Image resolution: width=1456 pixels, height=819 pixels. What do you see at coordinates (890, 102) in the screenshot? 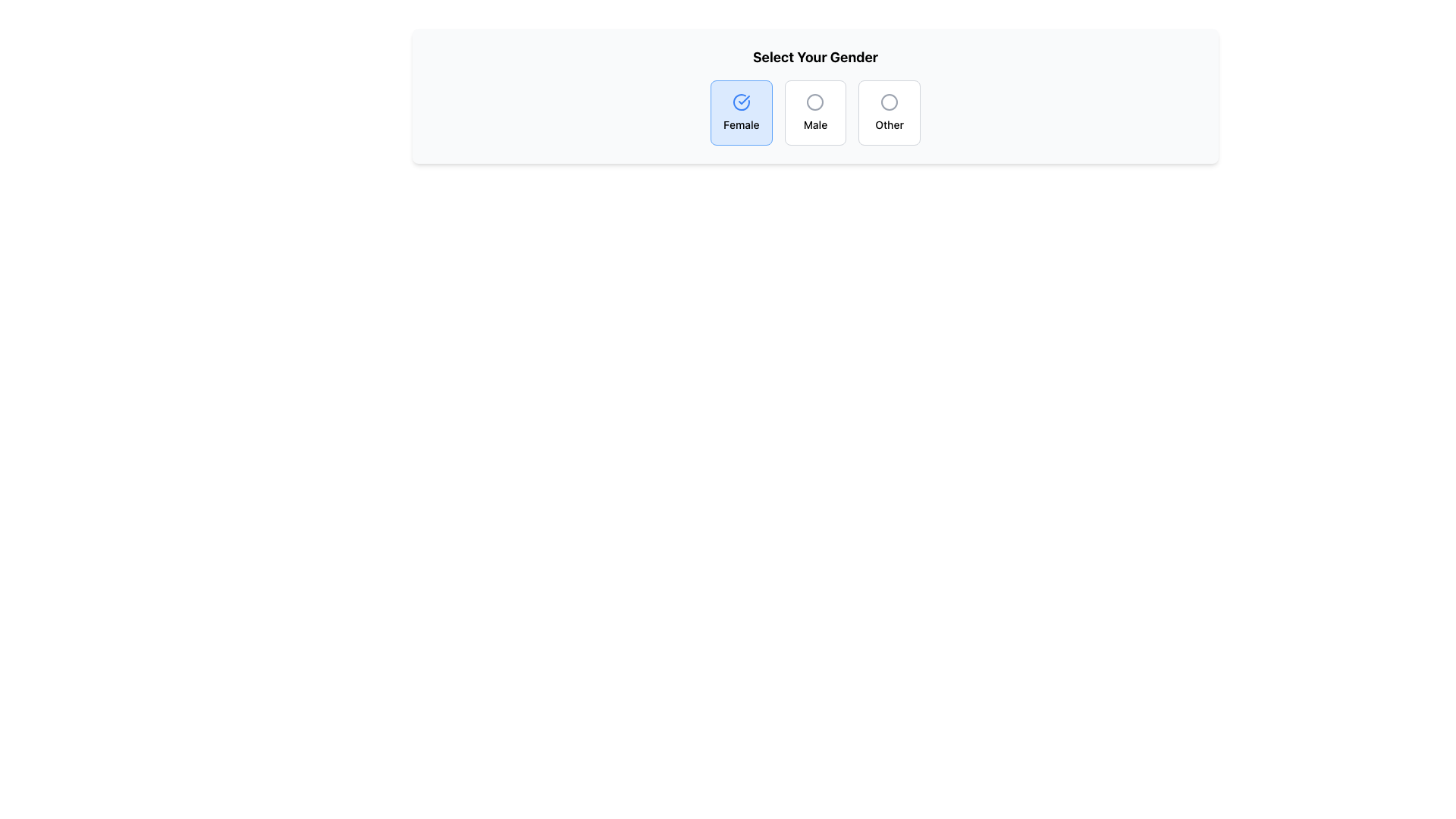
I see `the circular radio button indicator for the 'Other' option under the 'Select Your Gender' section` at bounding box center [890, 102].